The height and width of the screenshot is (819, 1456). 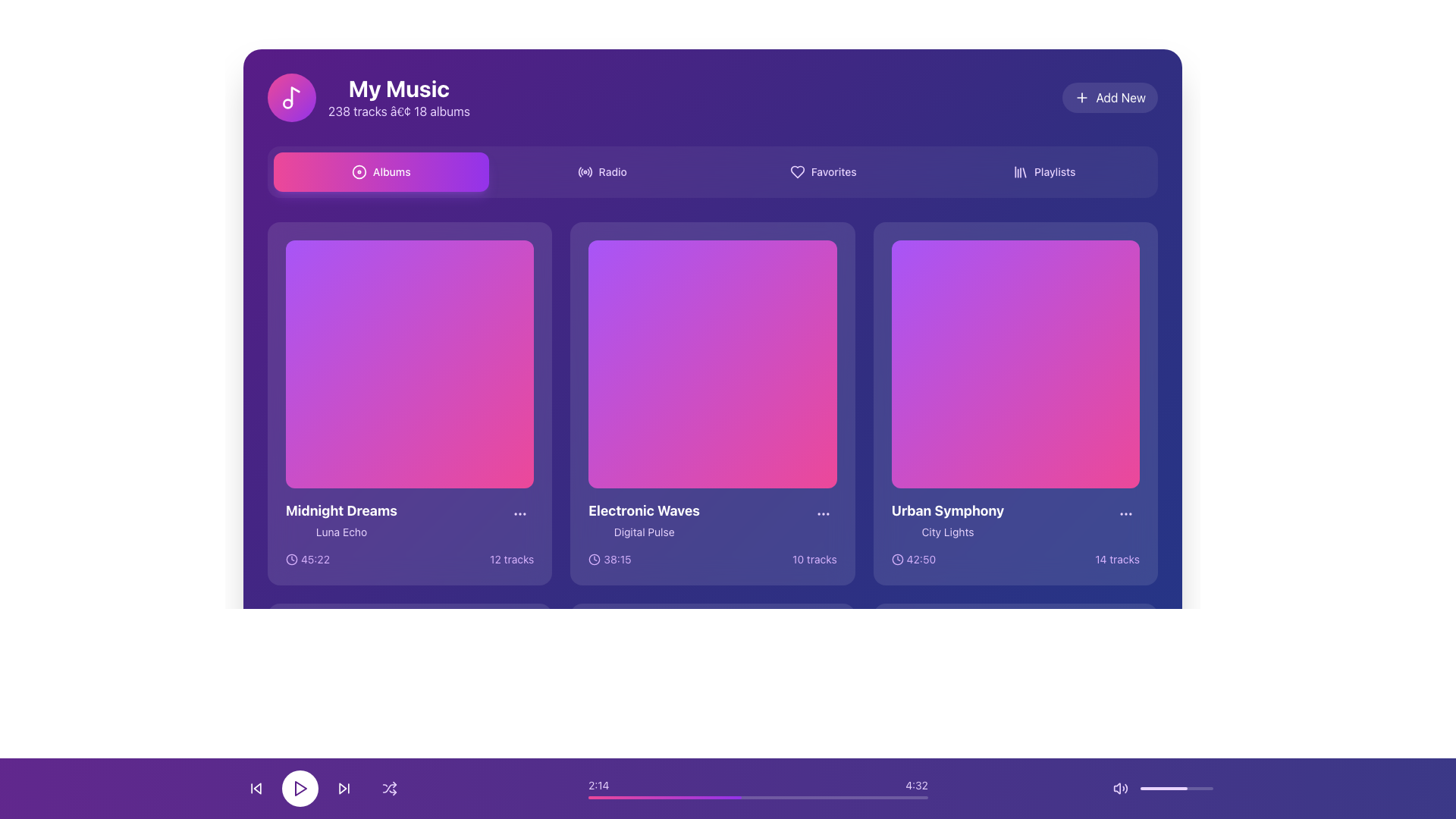 What do you see at coordinates (712, 364) in the screenshot?
I see `the large interactive card component with a gradient background that displays media content, located in the middle of the second row of cards` at bounding box center [712, 364].